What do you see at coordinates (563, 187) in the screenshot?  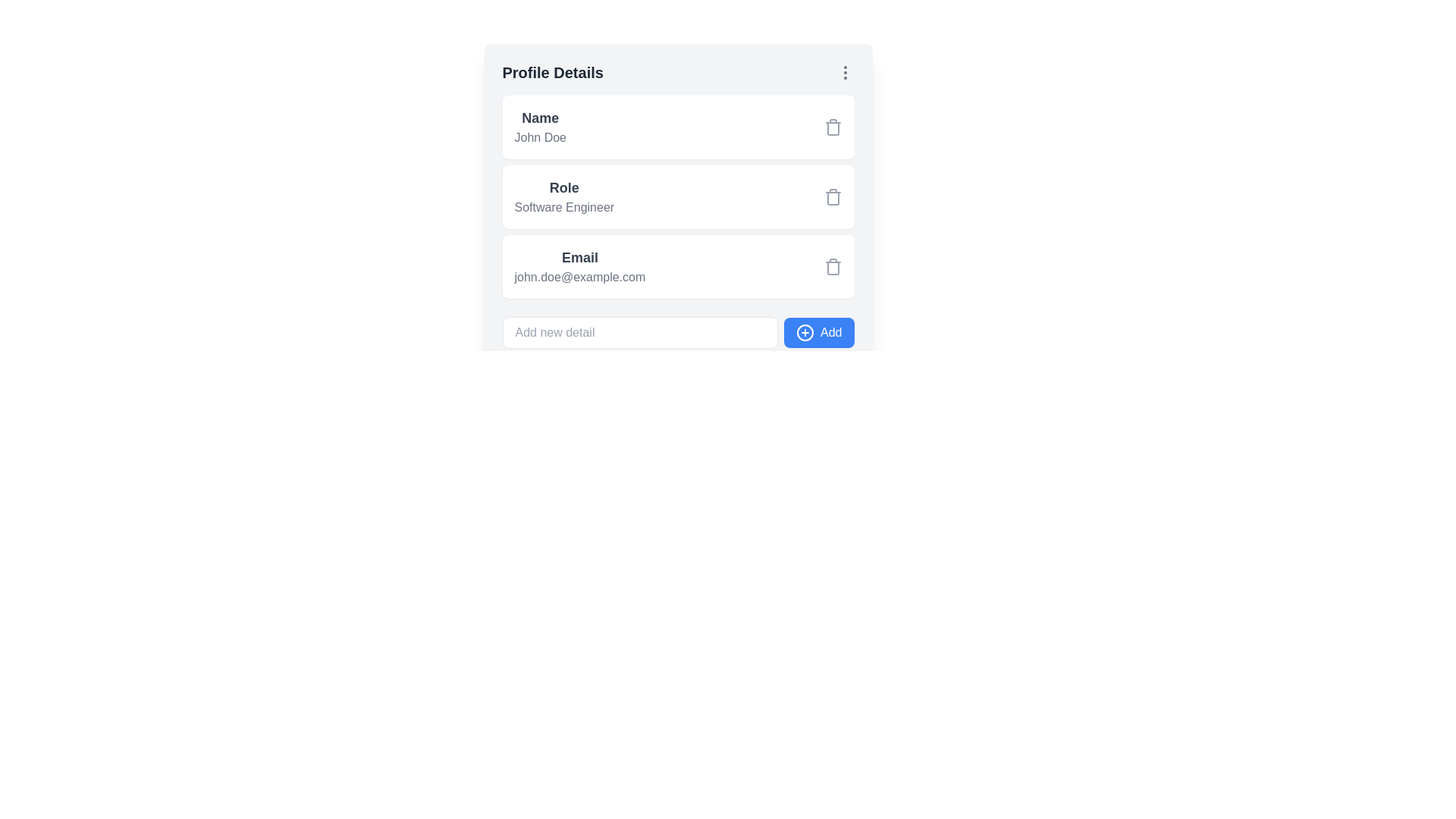 I see `the 'Role' text label, which is styled in bold and positioned above 'Software Engineer' within the Profile Details section` at bounding box center [563, 187].